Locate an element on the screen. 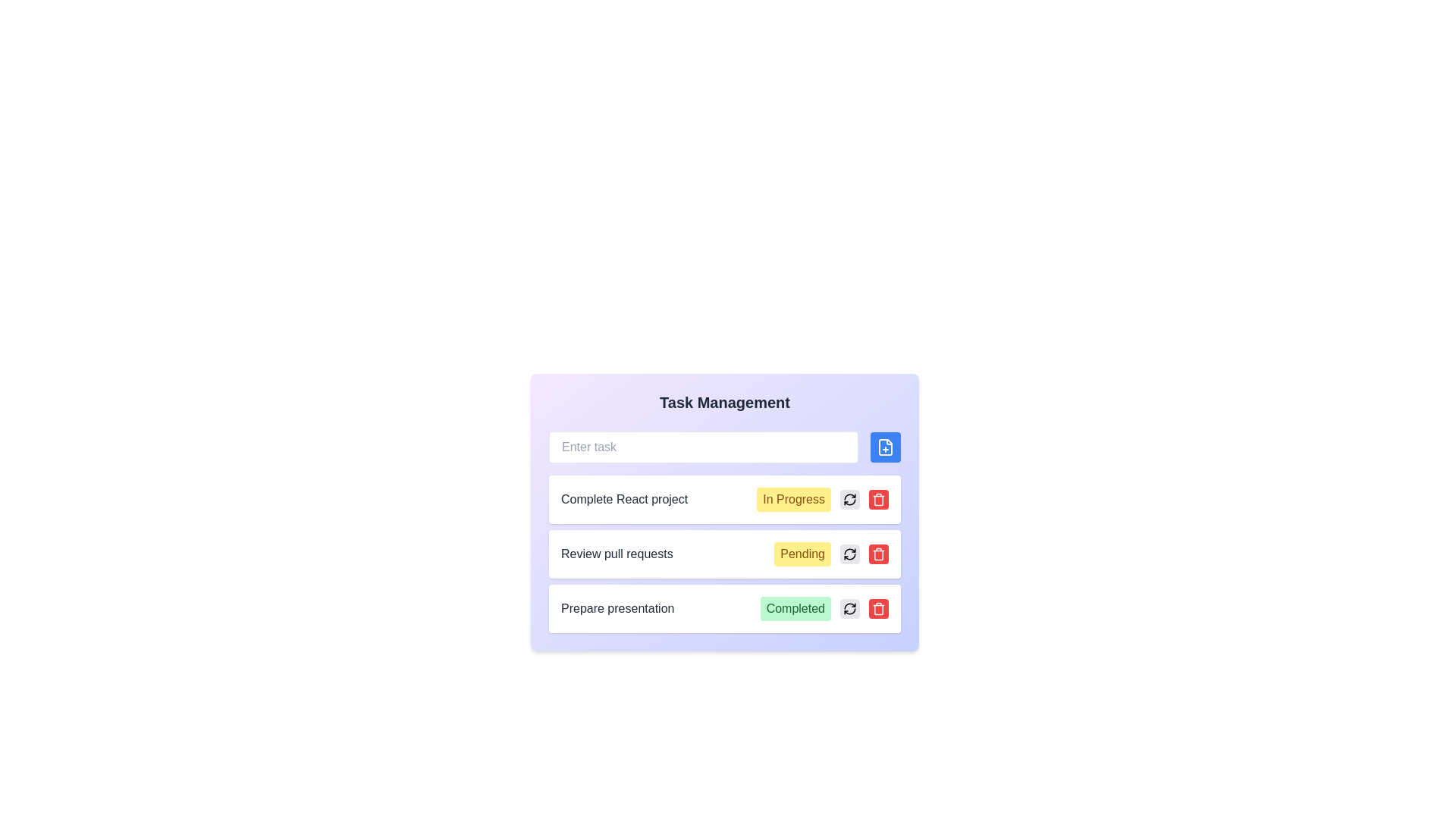 This screenshot has height=819, width=1456. the trash can icon button with a red fill and white outlines is located at coordinates (878, 500).